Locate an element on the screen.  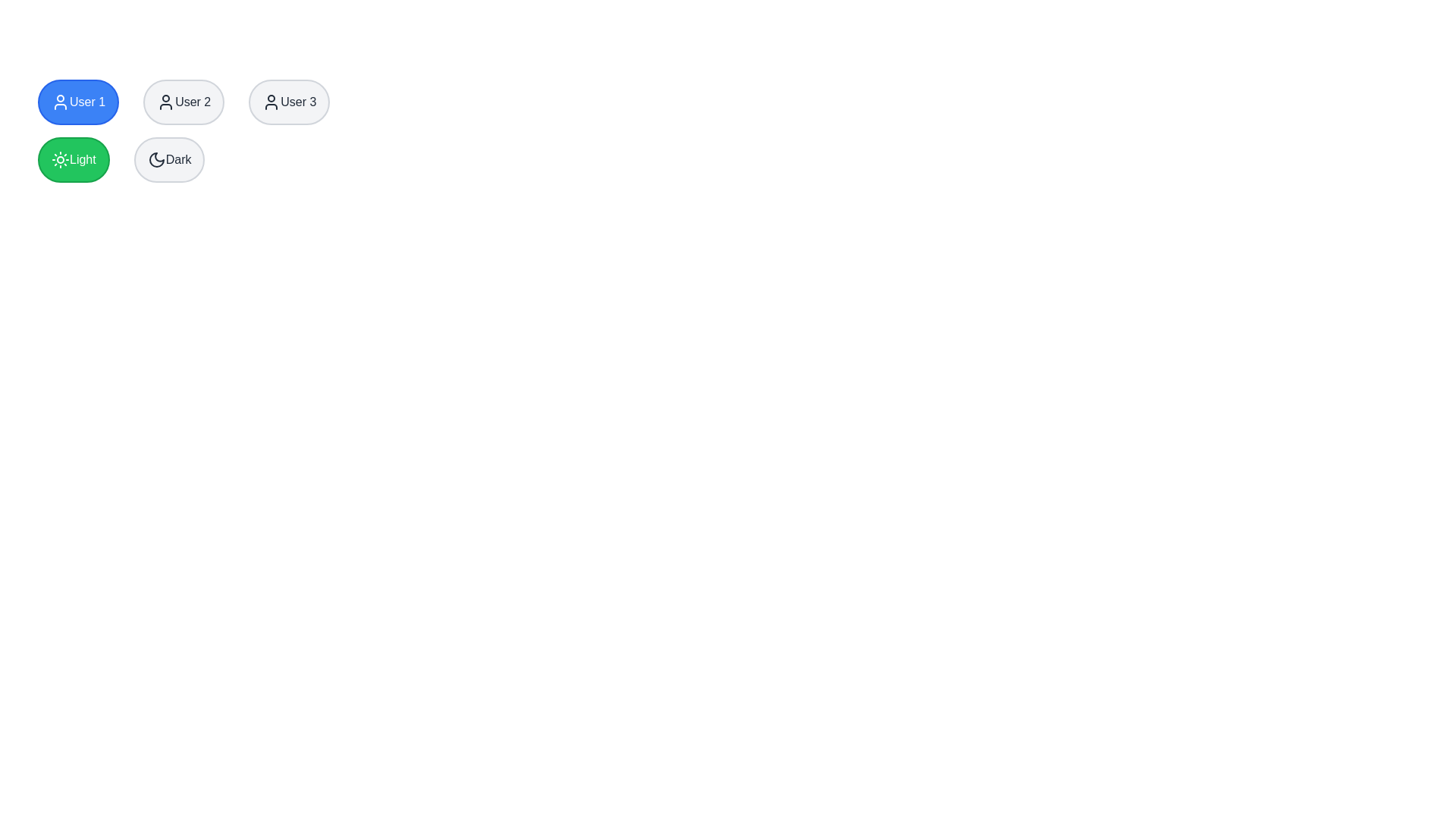
the visual icon that represents 'User 1', located at the center of the button labeled 'User 1' is located at coordinates (61, 102).